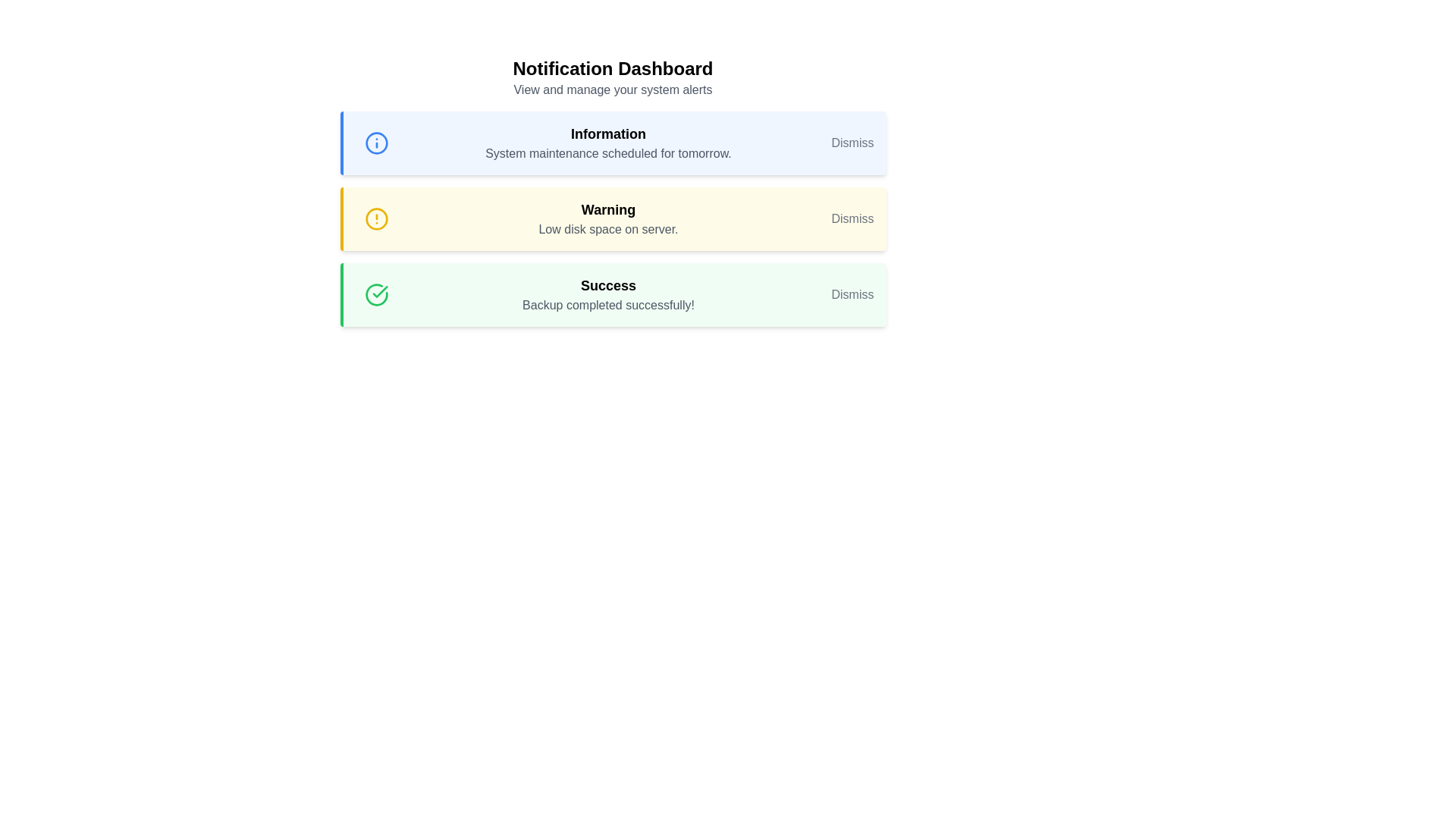  I want to click on the success icon that indicates the successful completion of an action, located to the left of the text 'Backup completed successfully!' in the notification dashboard, so click(376, 295).